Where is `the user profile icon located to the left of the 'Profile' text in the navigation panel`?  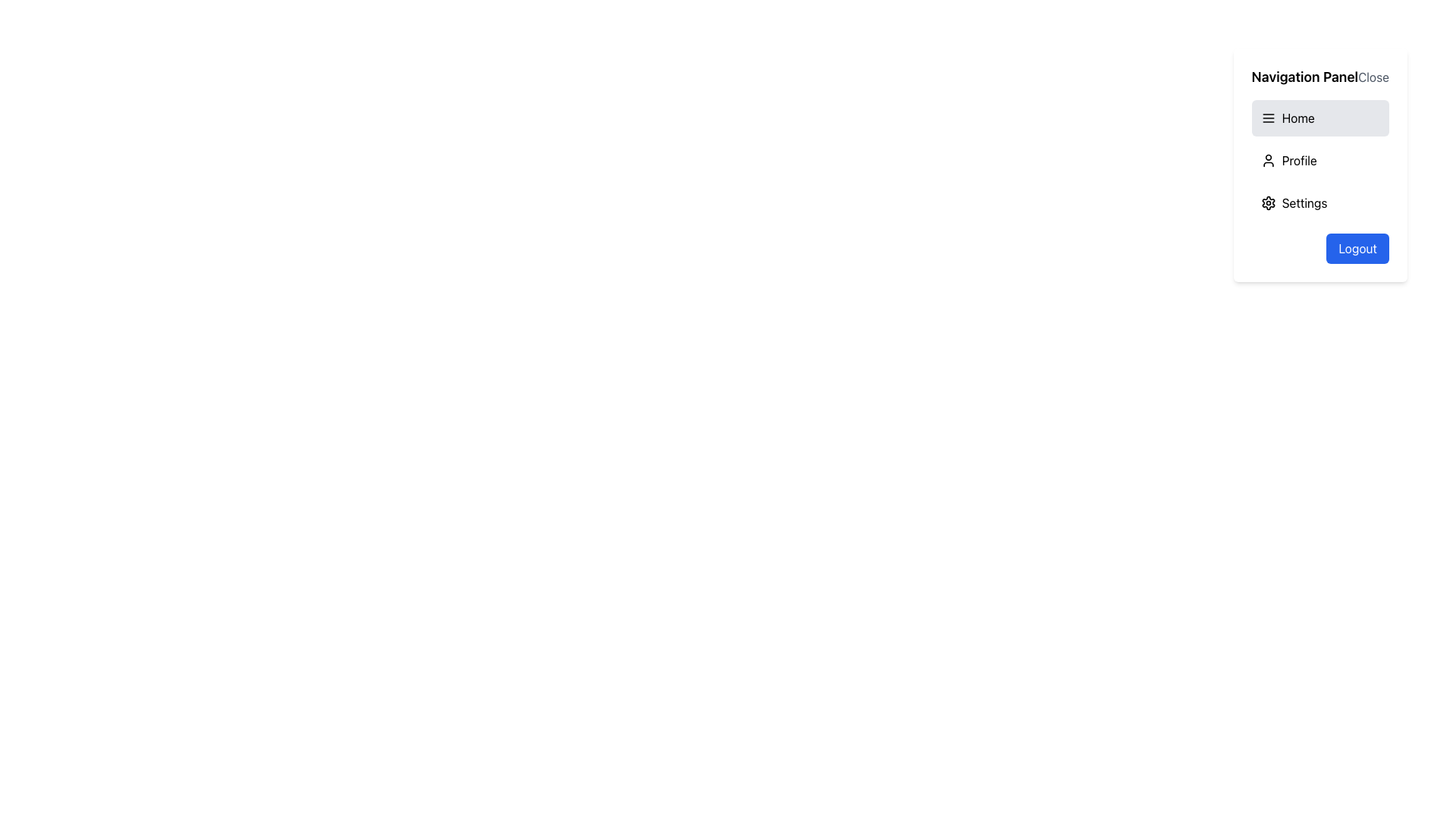 the user profile icon located to the left of the 'Profile' text in the navigation panel is located at coordinates (1268, 161).